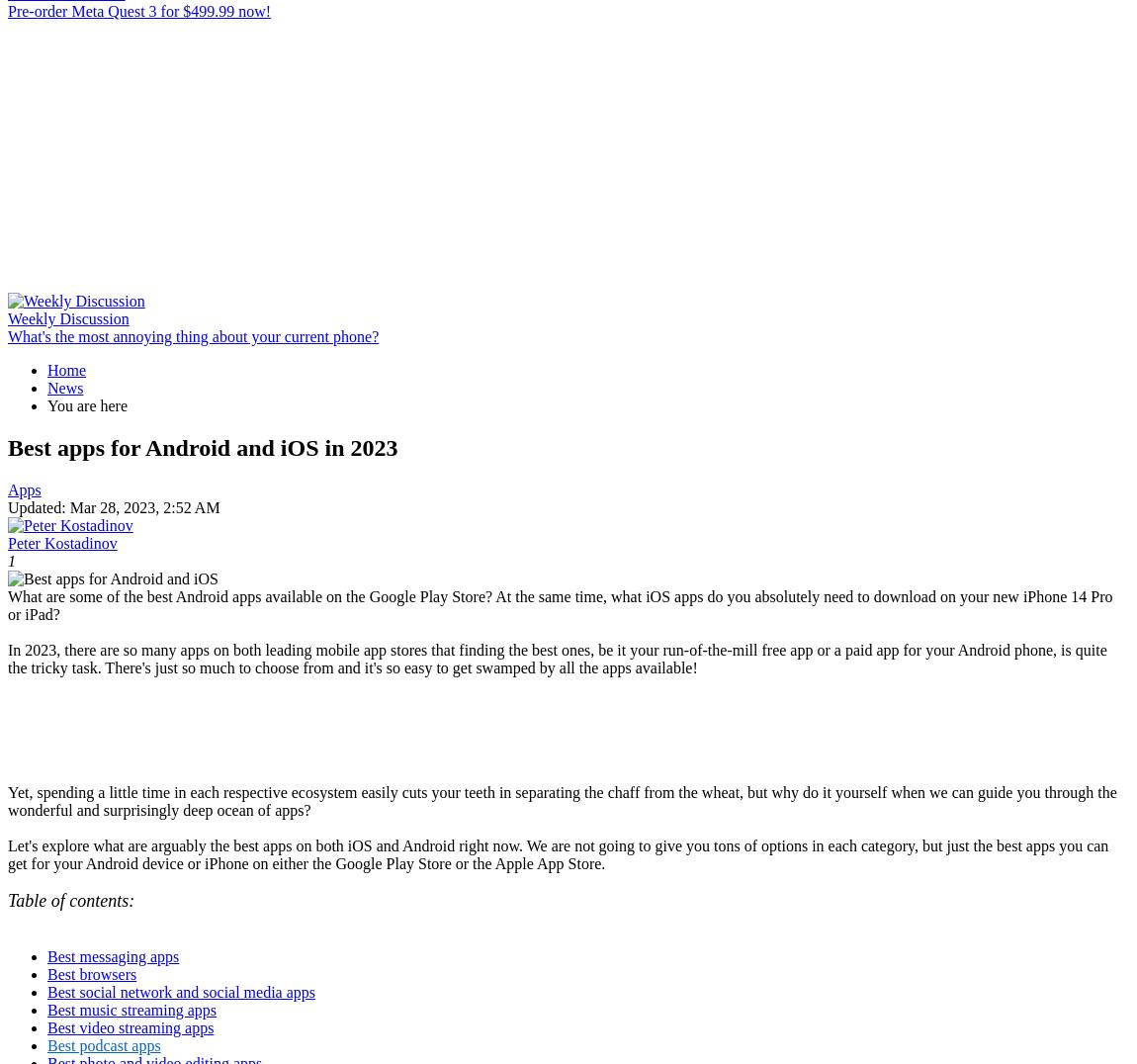 The image size is (1137, 1064). I want to click on '1', so click(10, 559).